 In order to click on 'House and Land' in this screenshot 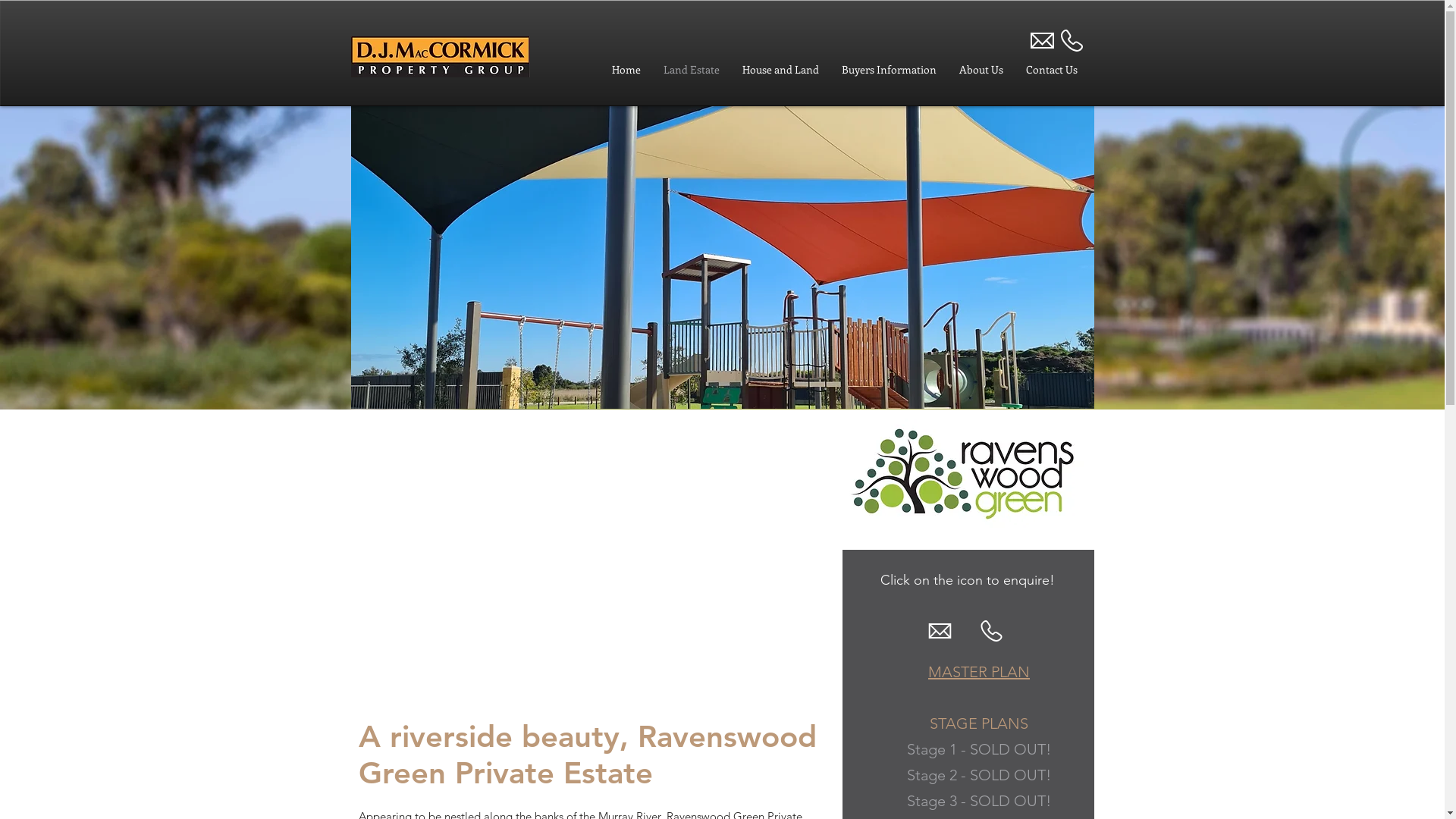, I will do `click(731, 70)`.